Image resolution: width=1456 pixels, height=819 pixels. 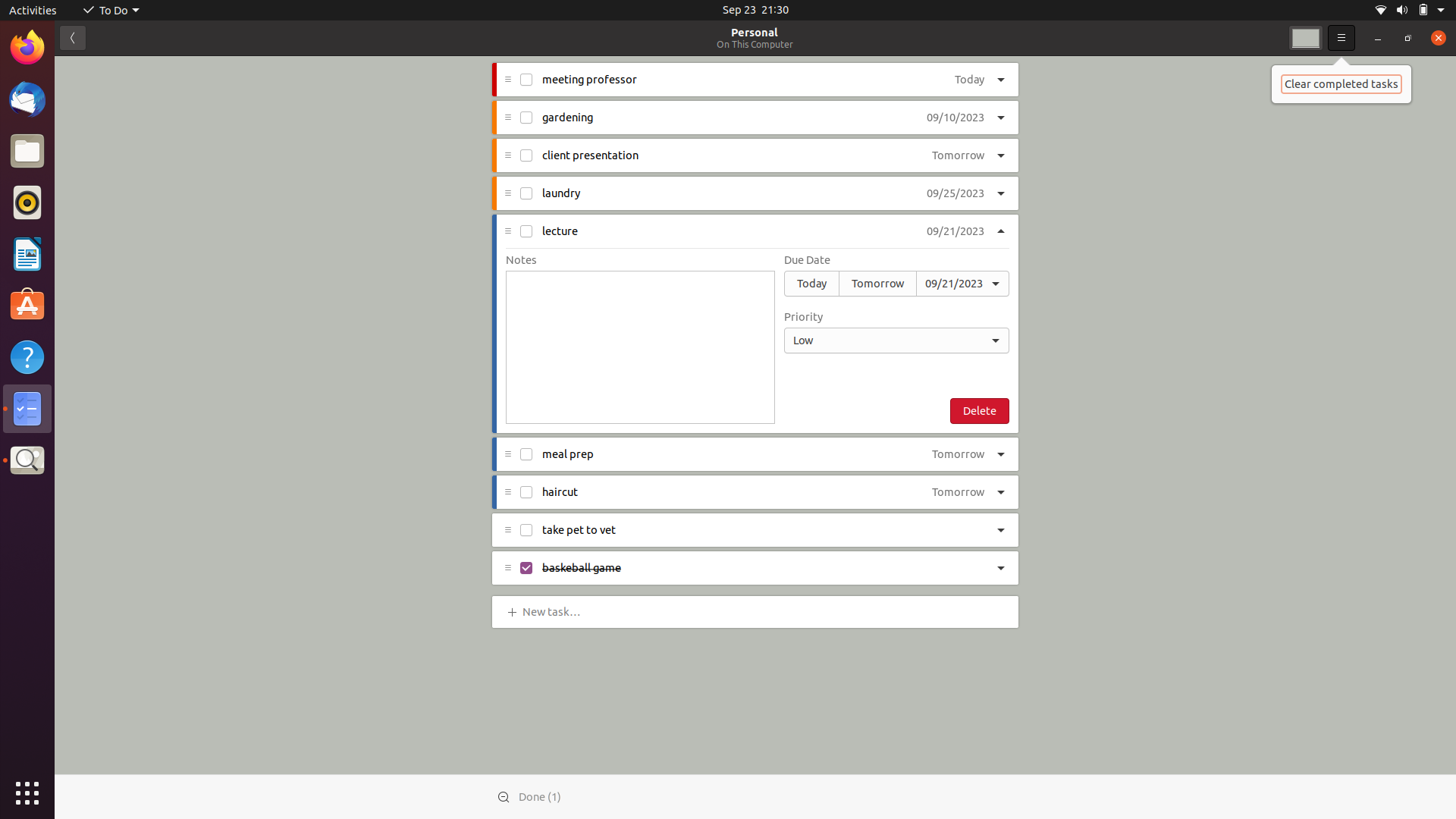 What do you see at coordinates (954, 118) in the screenshot?
I see `"gardening" date to next week` at bounding box center [954, 118].